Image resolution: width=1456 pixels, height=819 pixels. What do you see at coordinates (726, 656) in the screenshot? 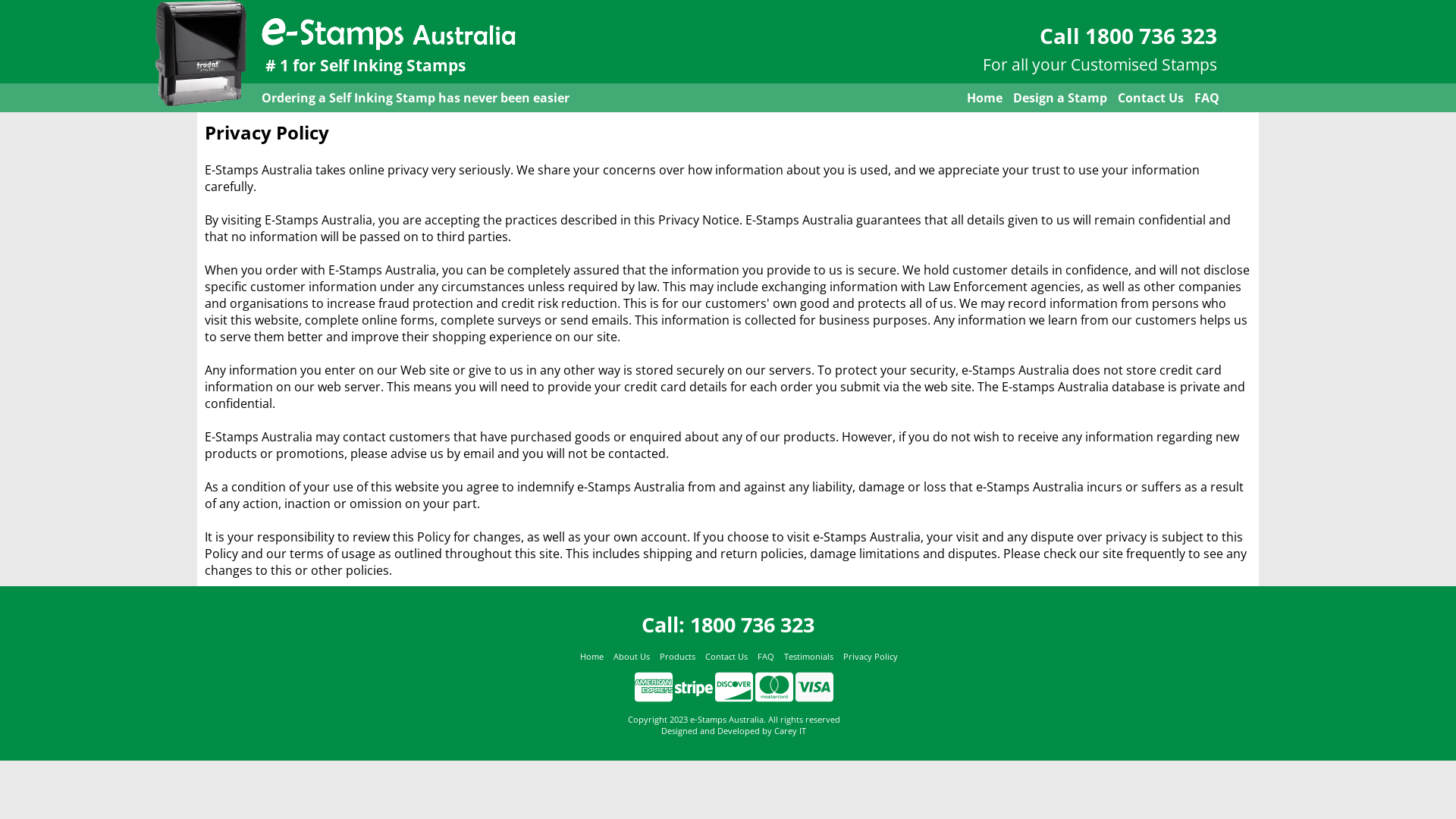
I see `'Contact Us'` at bounding box center [726, 656].